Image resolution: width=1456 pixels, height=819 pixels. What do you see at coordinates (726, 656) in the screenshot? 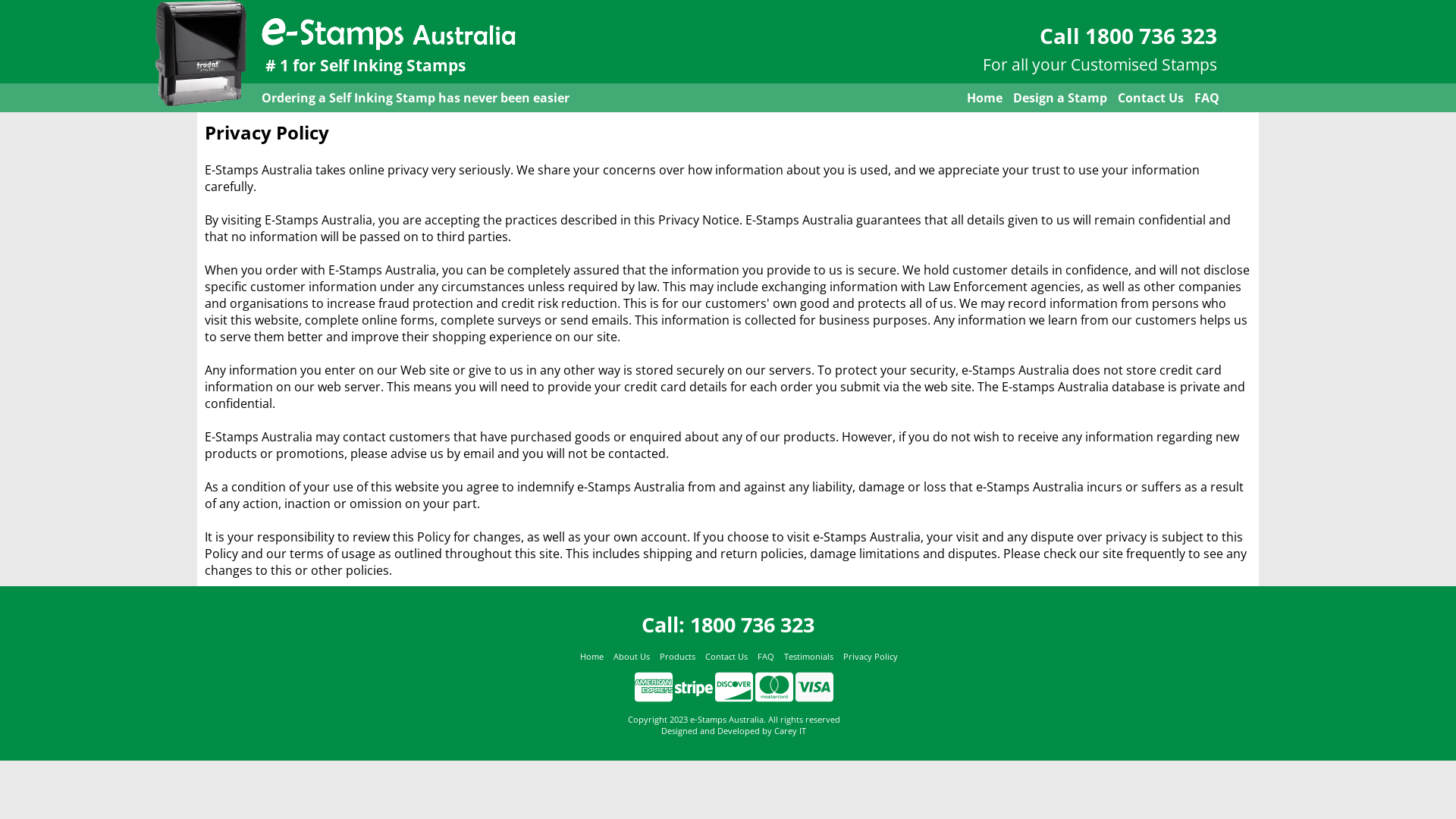
I see `'Contact Us'` at bounding box center [726, 656].